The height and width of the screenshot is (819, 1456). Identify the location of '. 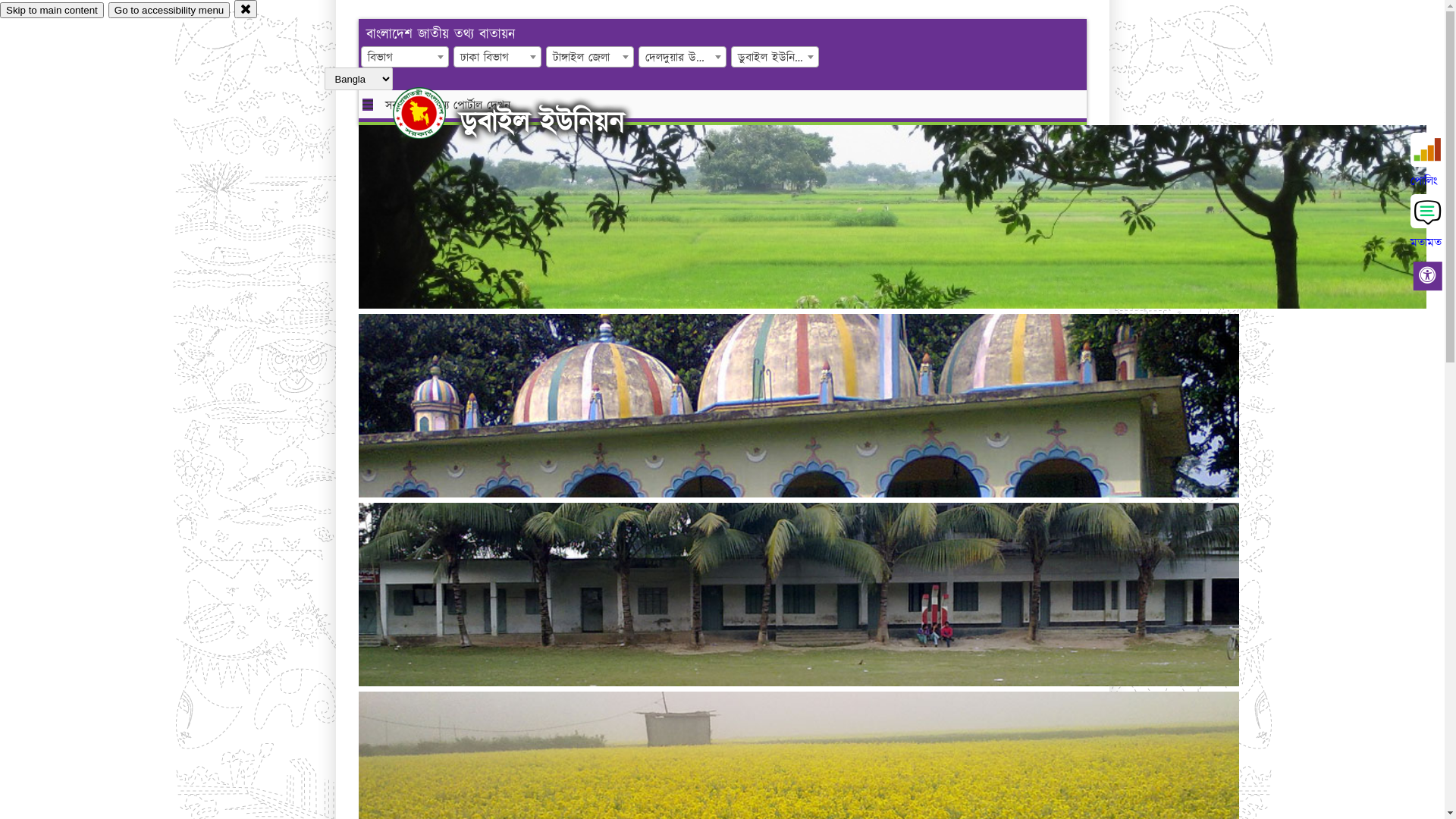
(393, 112).